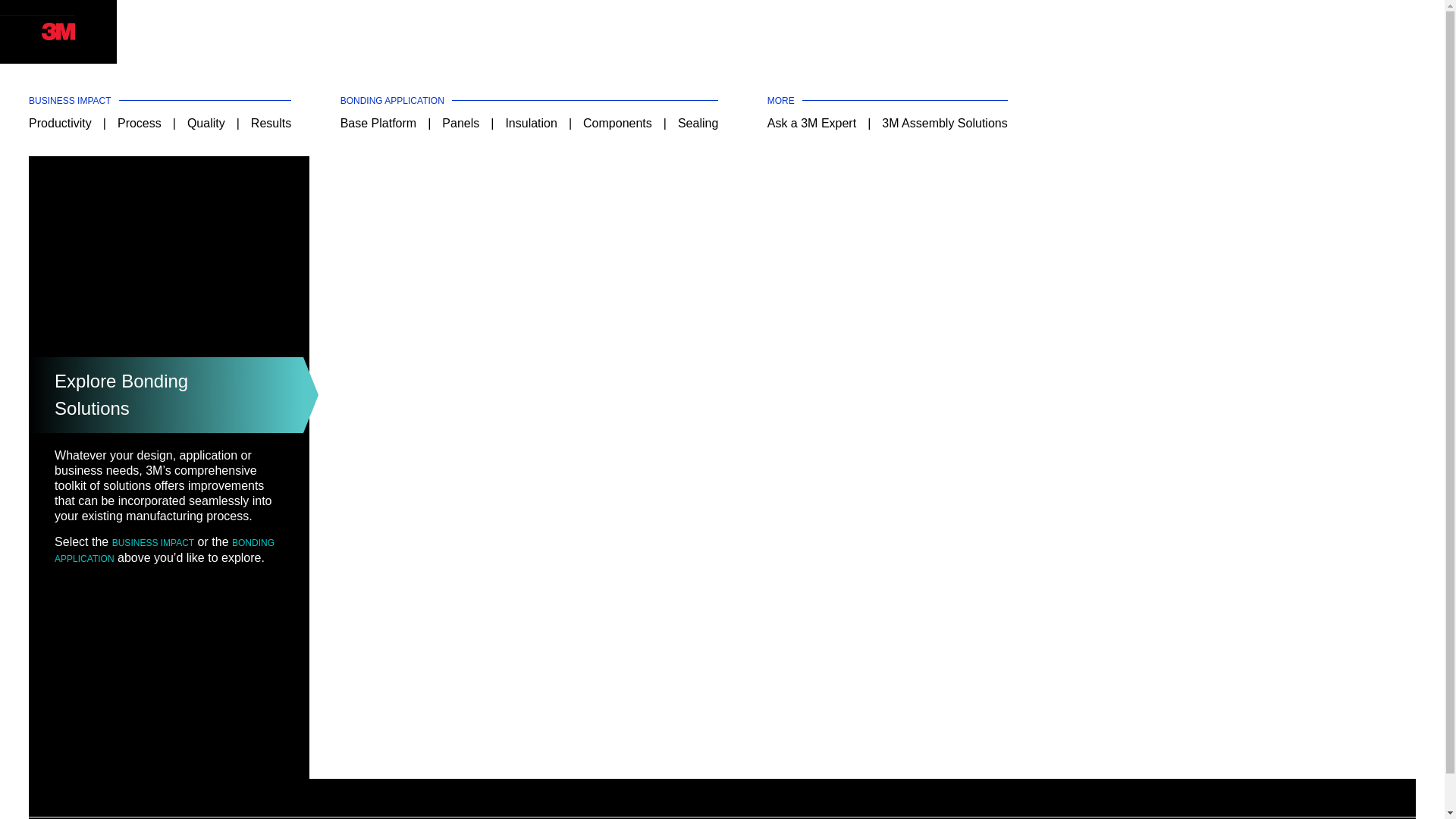  Describe the element at coordinates (943, 122) in the screenshot. I see `'3M Assembly Solutions` at that location.